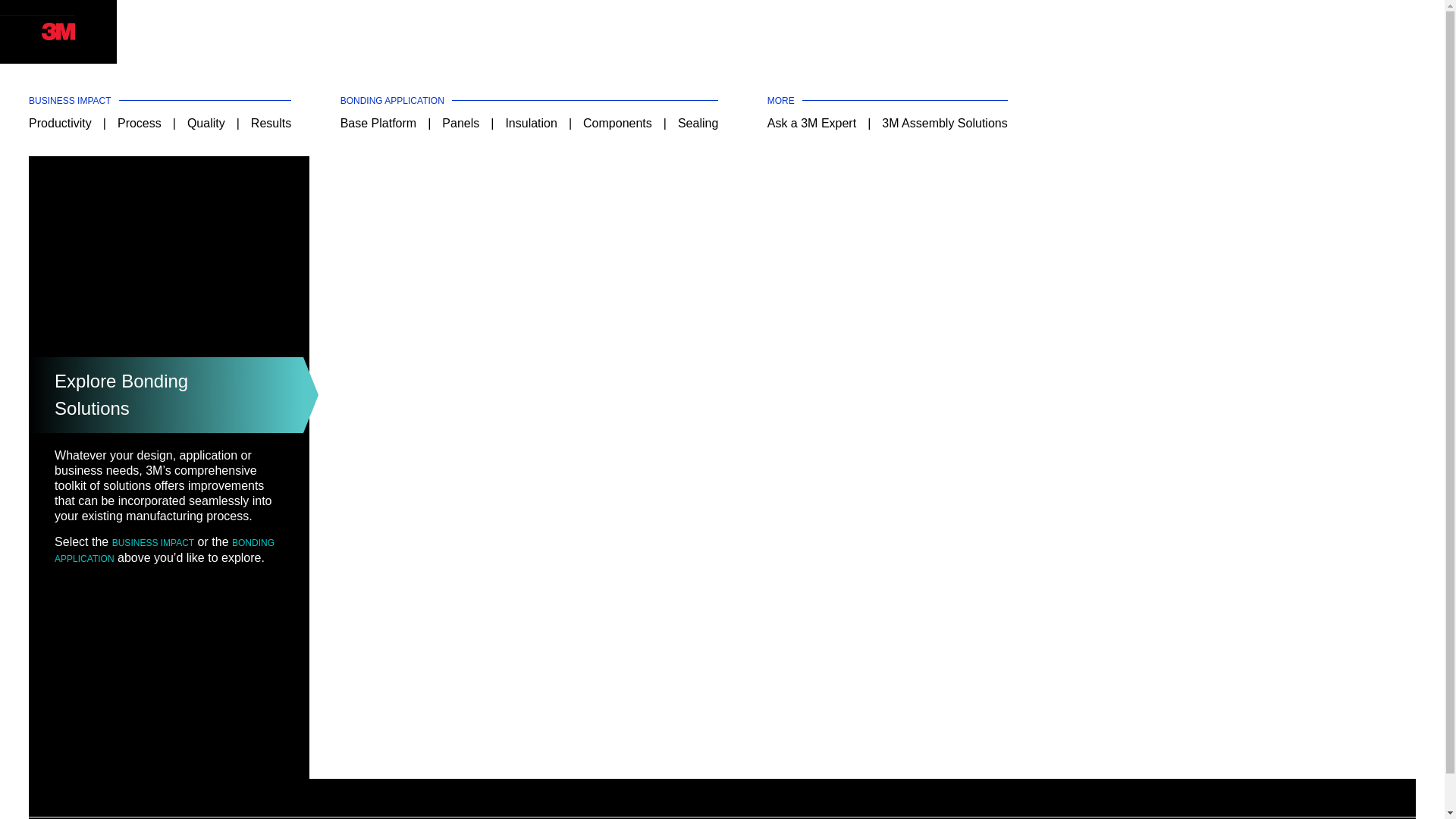  Describe the element at coordinates (943, 122) in the screenshot. I see `'3M Assembly Solutions` at that location.